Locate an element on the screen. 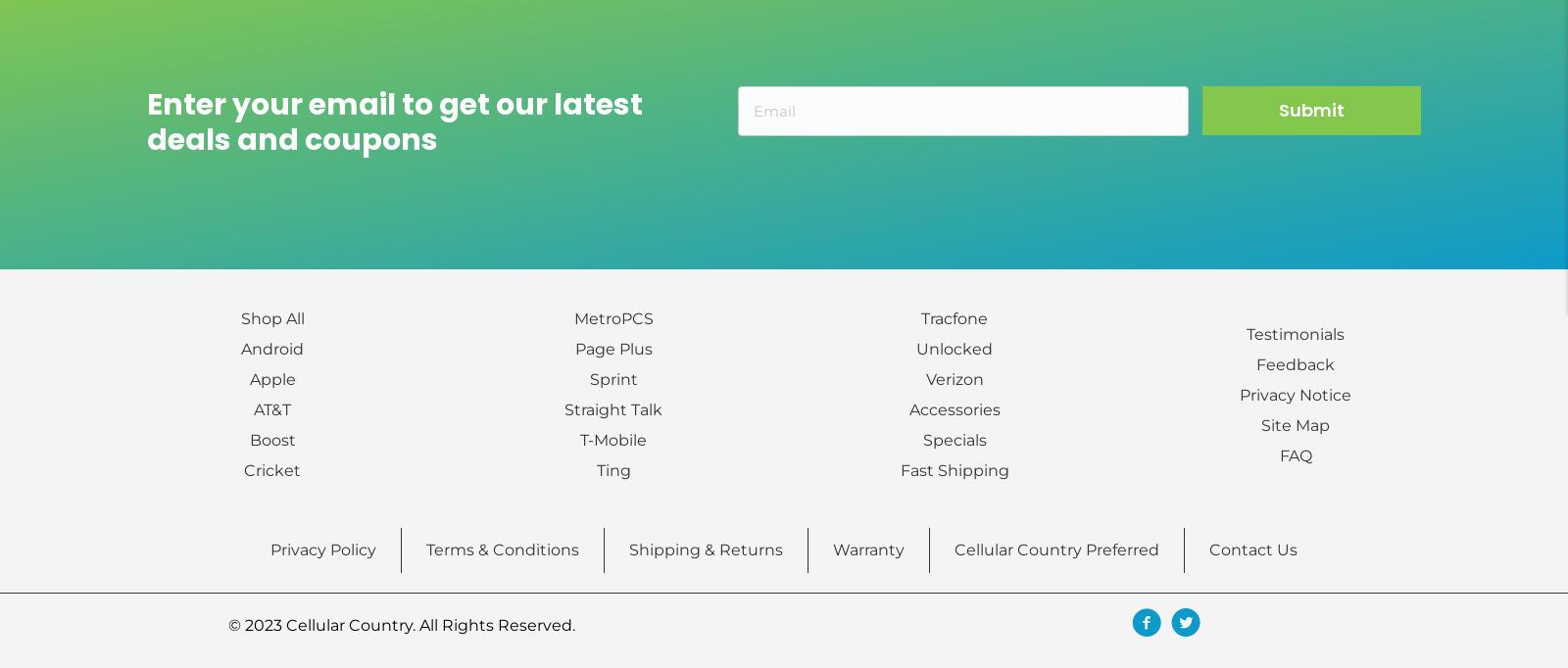  'Terms & Conditions' is located at coordinates (501, 549).